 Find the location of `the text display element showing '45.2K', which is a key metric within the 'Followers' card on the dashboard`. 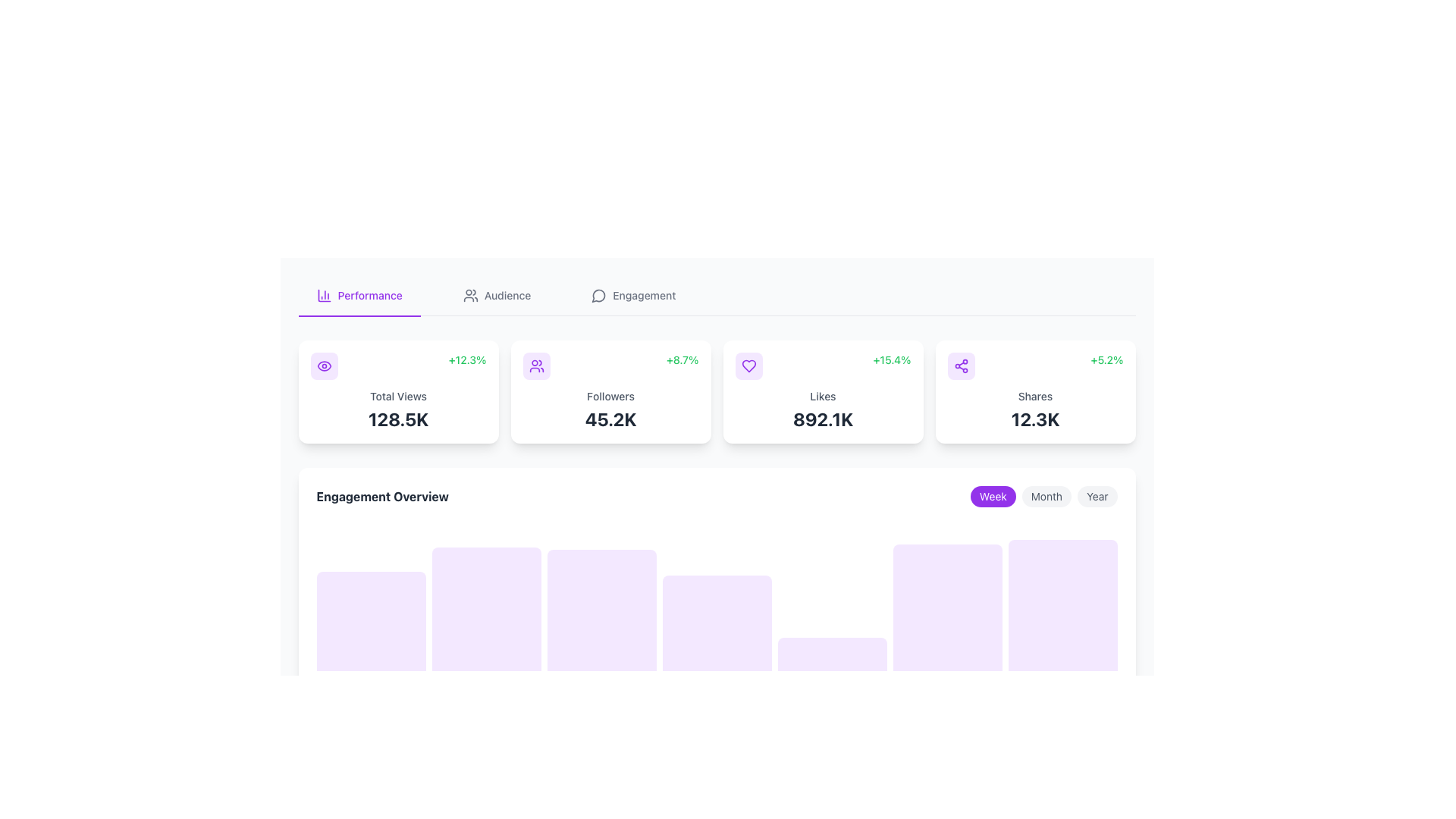

the text display element showing '45.2K', which is a key metric within the 'Followers' card on the dashboard is located at coordinates (610, 419).